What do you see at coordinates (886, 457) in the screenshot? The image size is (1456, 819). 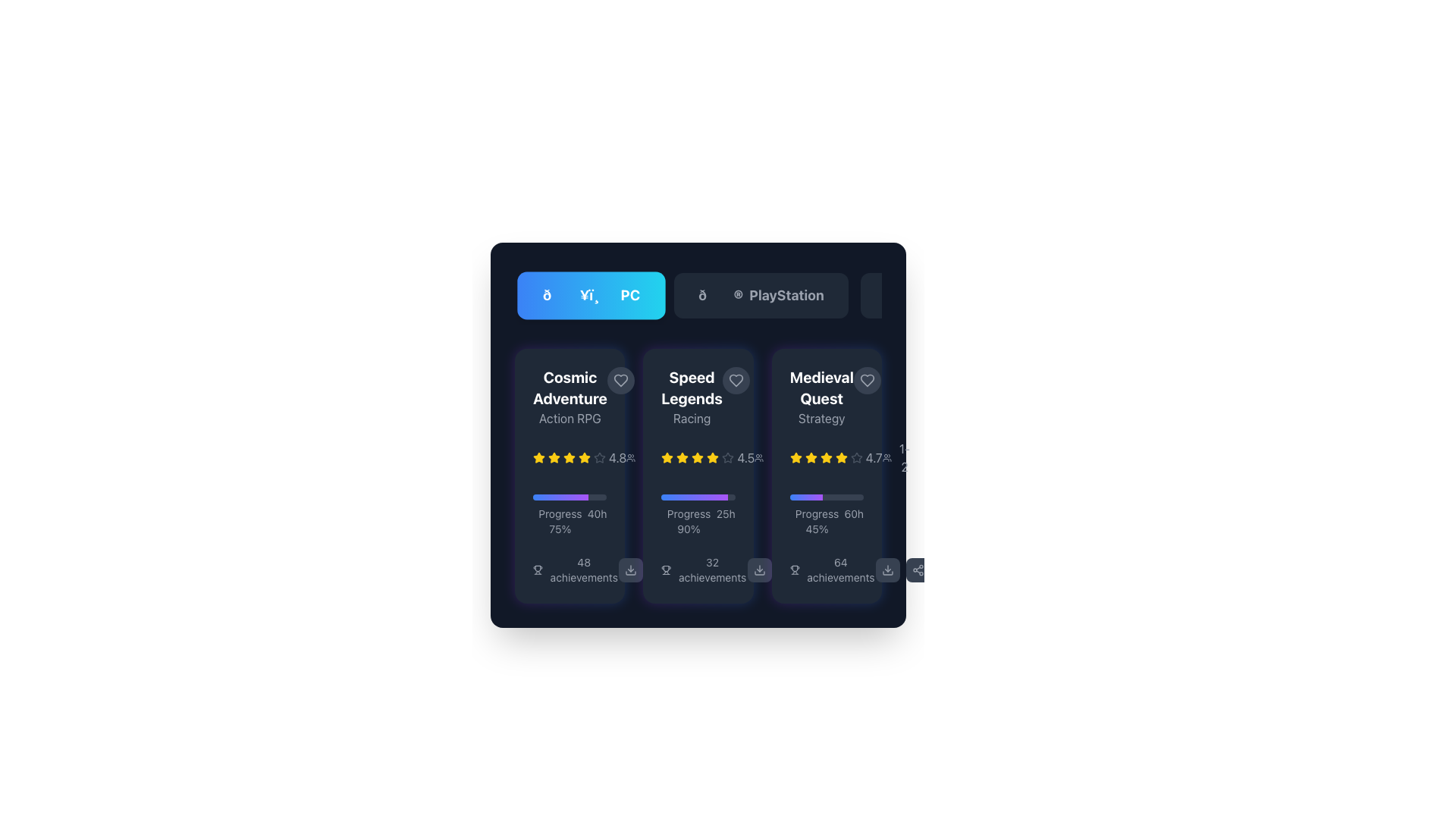 I see `the user group icon located near the text '1-2' in the bottom-right part of the interface` at bounding box center [886, 457].